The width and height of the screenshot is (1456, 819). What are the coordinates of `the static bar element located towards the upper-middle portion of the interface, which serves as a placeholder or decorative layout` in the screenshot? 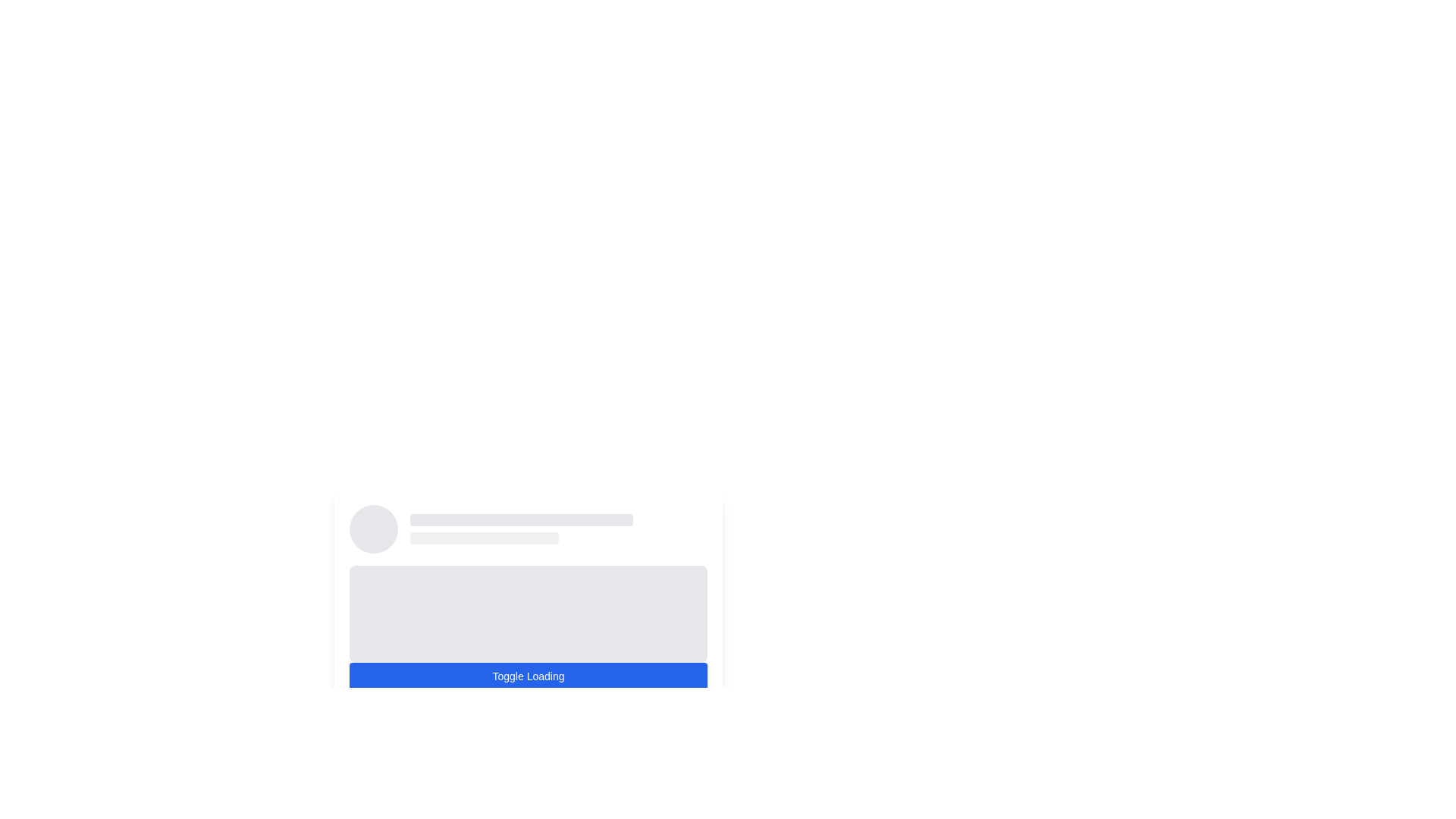 It's located at (483, 537).